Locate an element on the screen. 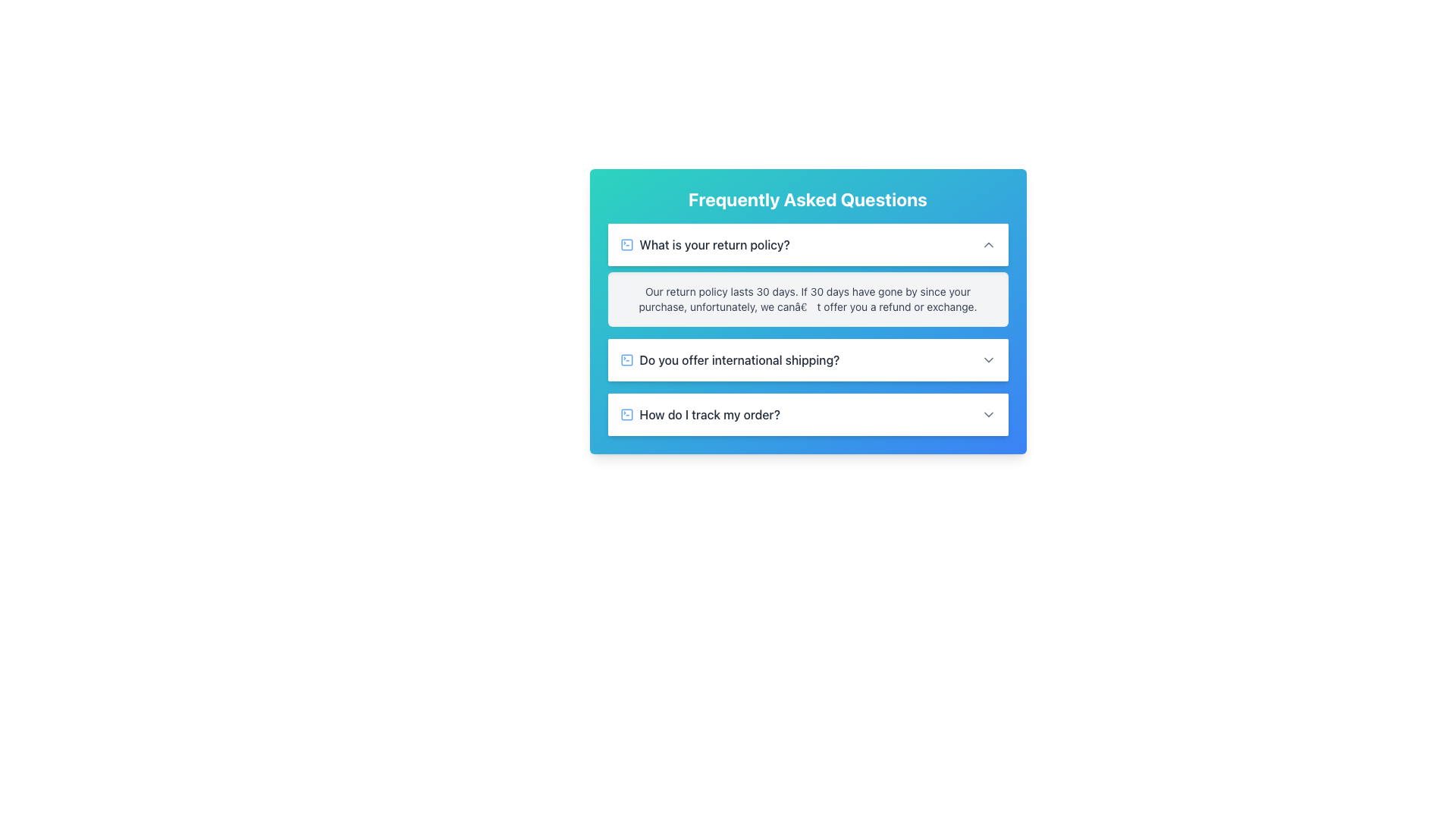  the icon that serves as a visual clue or indicator associated with the text label 'How do I track my order?' in the FAQ interface is located at coordinates (626, 415).